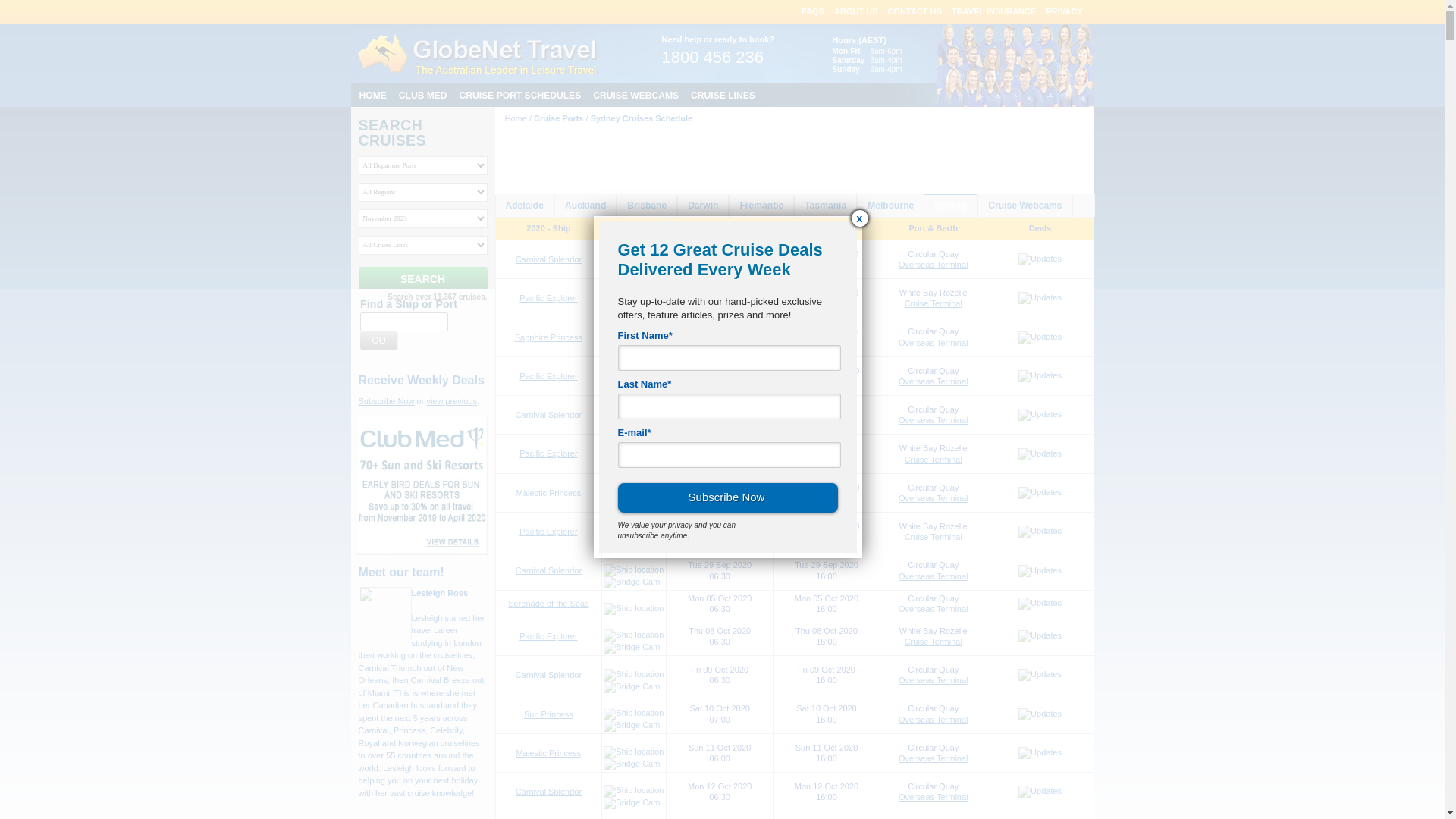 This screenshot has width=1456, height=819. Describe the element at coordinates (632, 504) in the screenshot. I see `'Bridge Cam'` at that location.